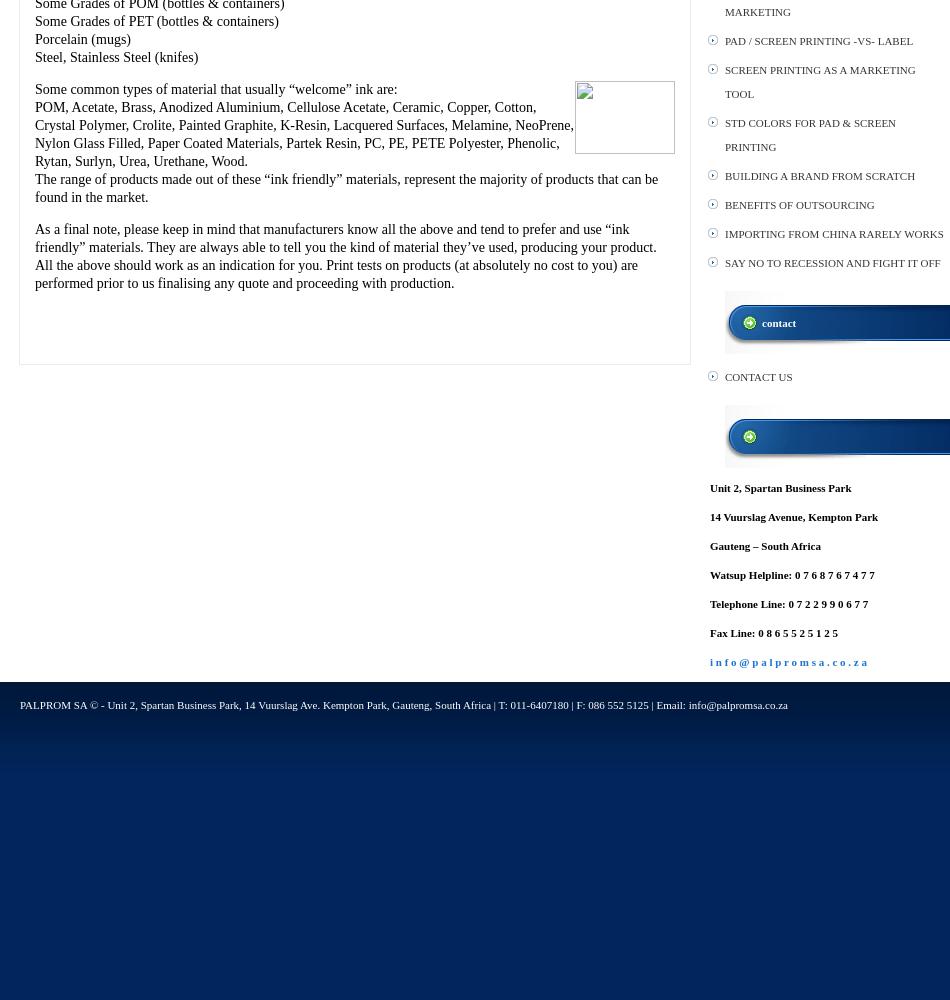 The height and width of the screenshot is (1000, 950). I want to click on 'SAY NO TO RECESSION AND FIGHT IT OFF', so click(831, 263).